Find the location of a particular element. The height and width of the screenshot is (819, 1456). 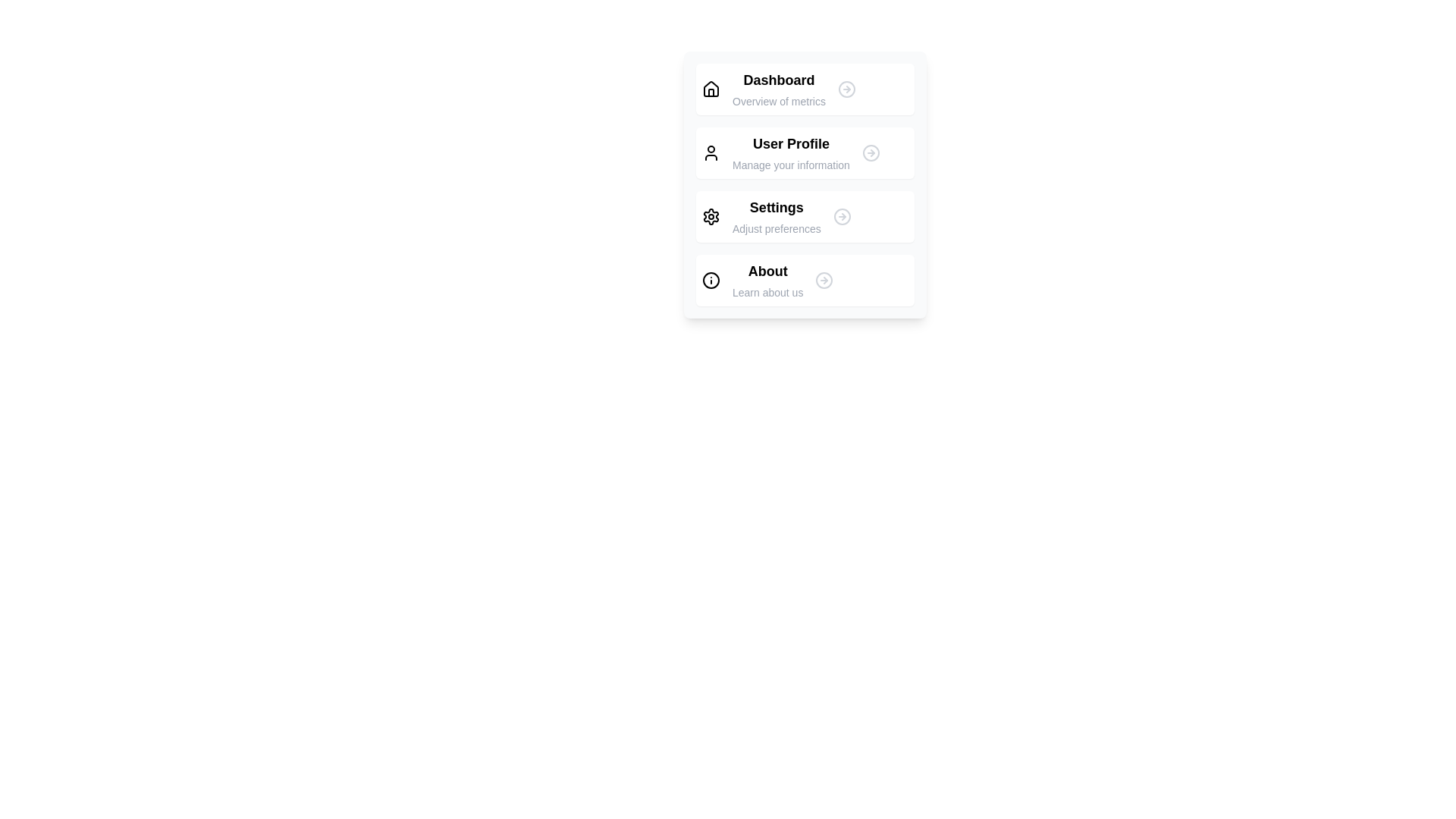

the circular information icon with a black outline located to the left of the 'About' text in the last row of the menu is located at coordinates (710, 281).